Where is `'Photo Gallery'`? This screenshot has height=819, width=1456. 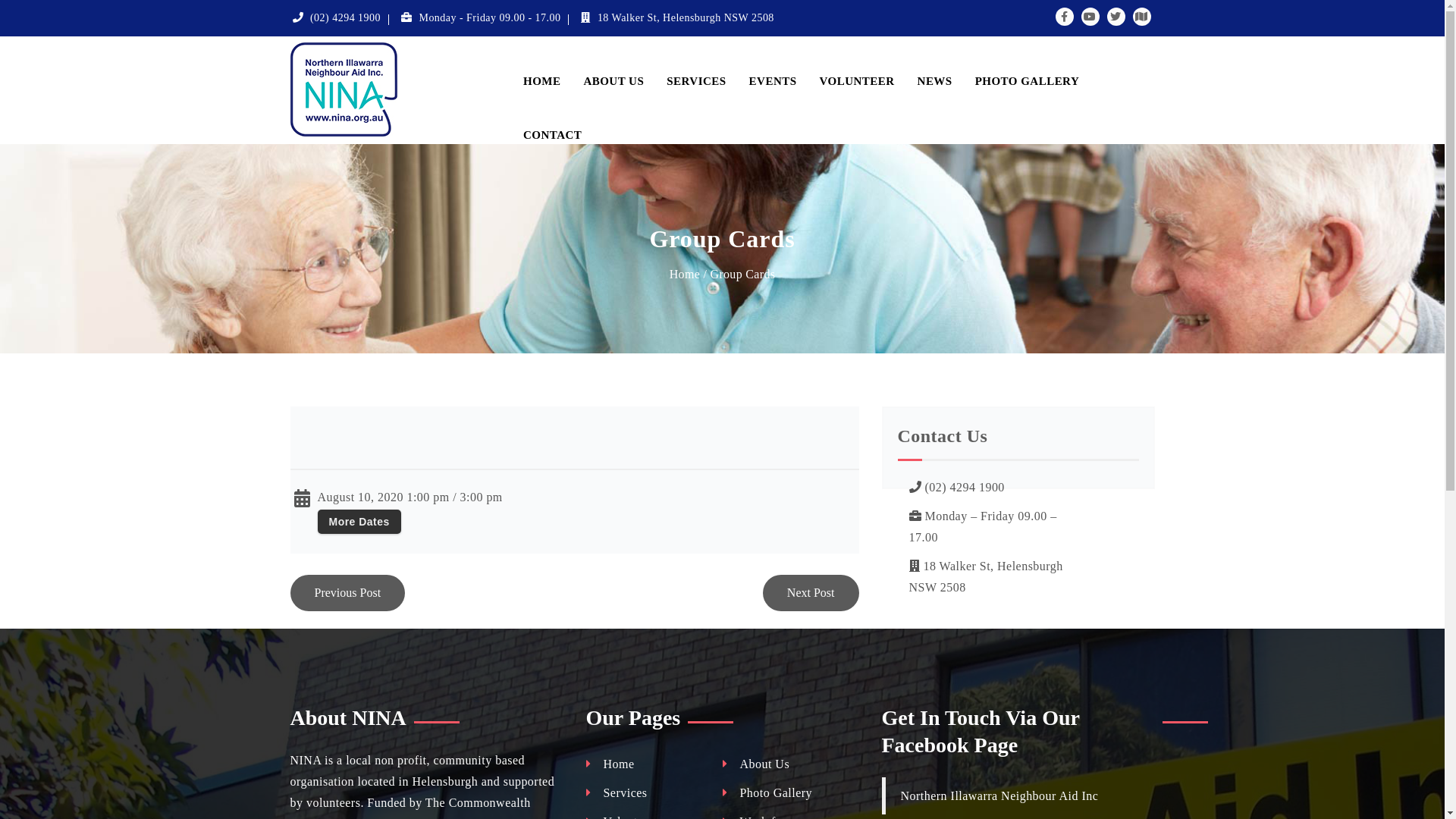 'Photo Gallery' is located at coordinates (767, 792).